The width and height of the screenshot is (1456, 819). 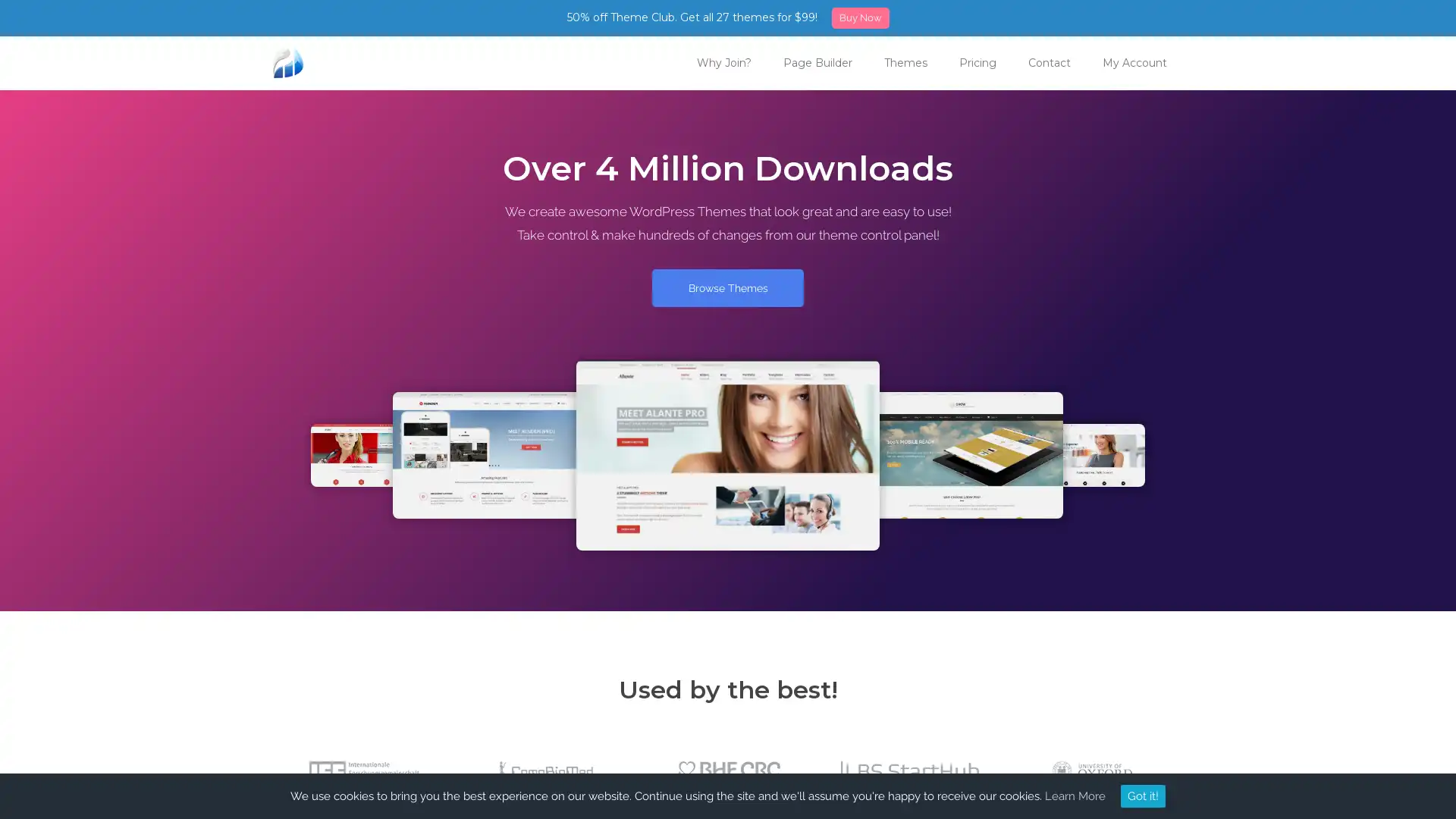 I want to click on Browse Themes, so click(x=728, y=288).